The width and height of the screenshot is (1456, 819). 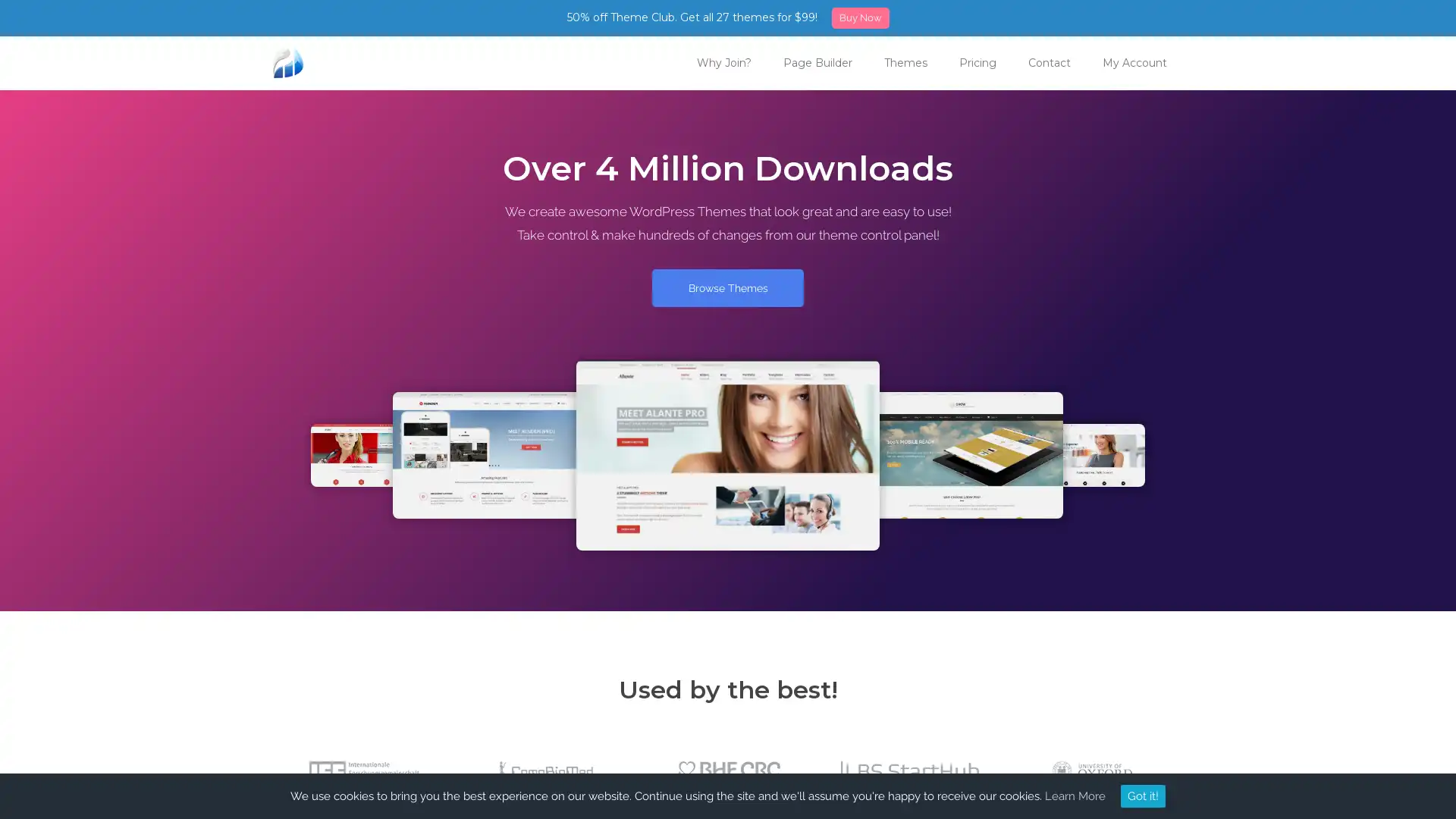 I want to click on Browse Themes, so click(x=728, y=288).